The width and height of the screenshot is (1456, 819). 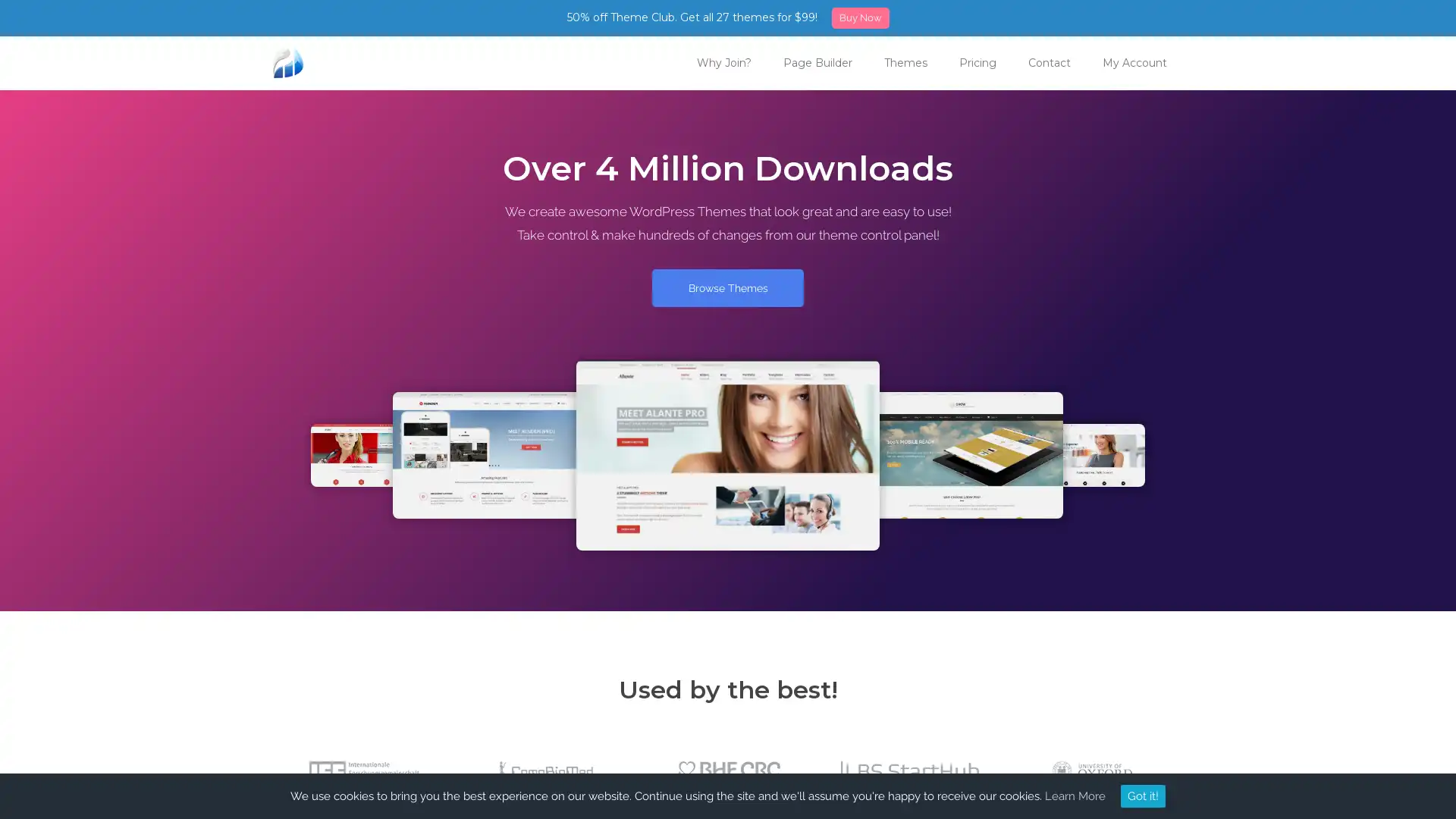 I want to click on Browse Themes, so click(x=728, y=288).